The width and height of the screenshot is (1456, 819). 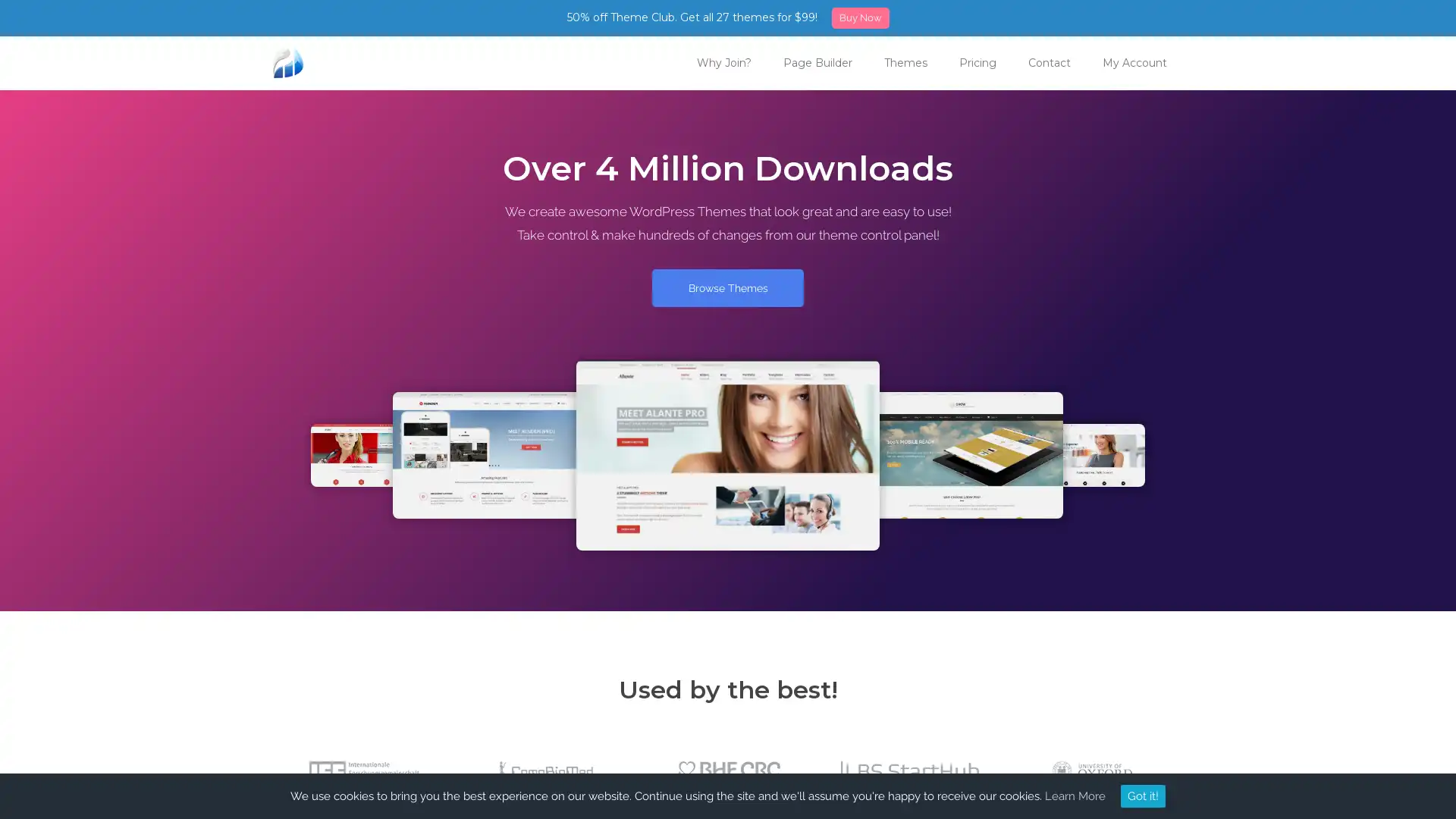 I want to click on Browse Themes, so click(x=728, y=288).